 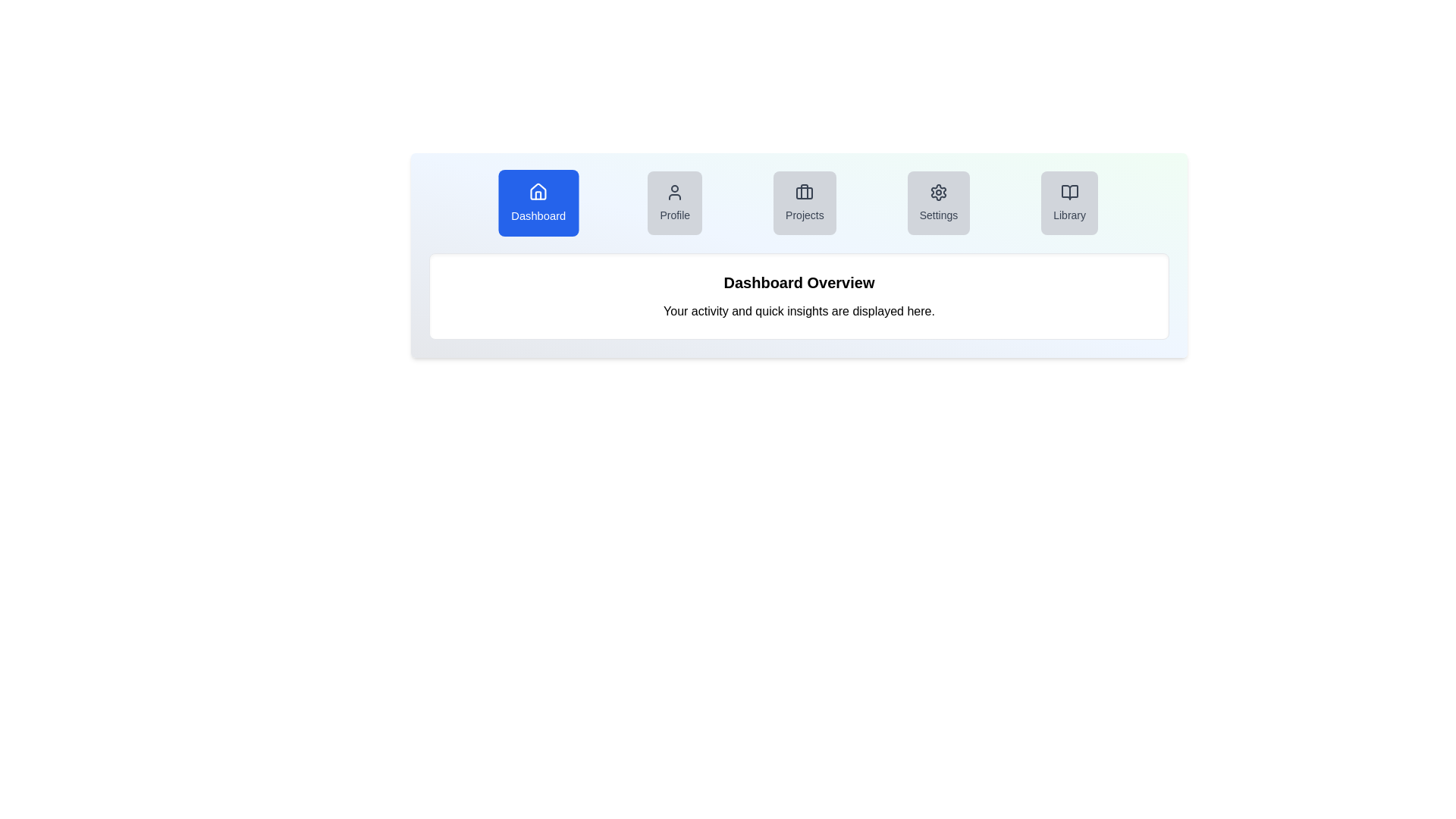 What do you see at coordinates (803, 202) in the screenshot?
I see `the rectangular button labeled 'Projects' with a briefcase icon` at bounding box center [803, 202].